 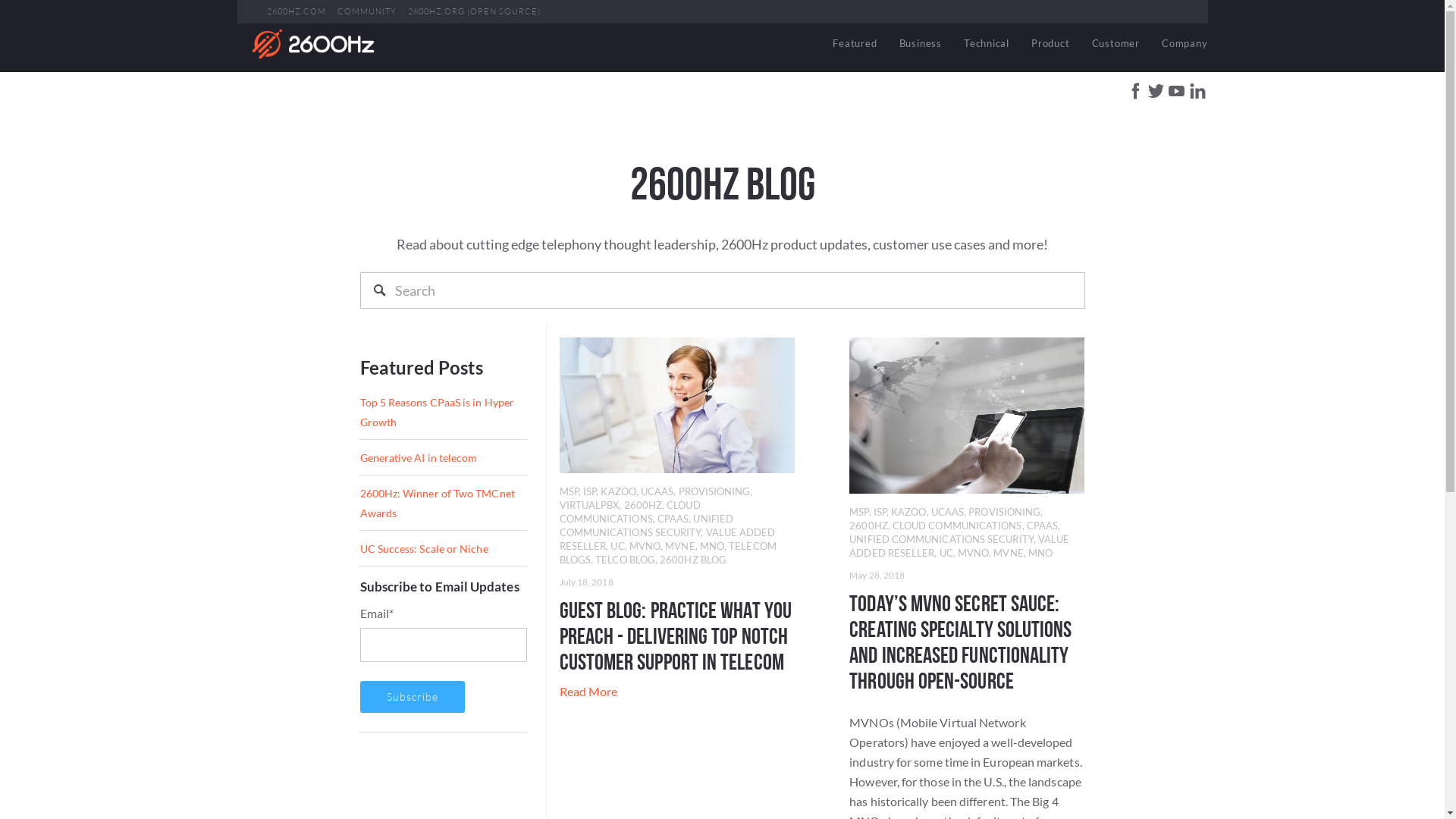 What do you see at coordinates (411, 696) in the screenshot?
I see `'Subscribe'` at bounding box center [411, 696].